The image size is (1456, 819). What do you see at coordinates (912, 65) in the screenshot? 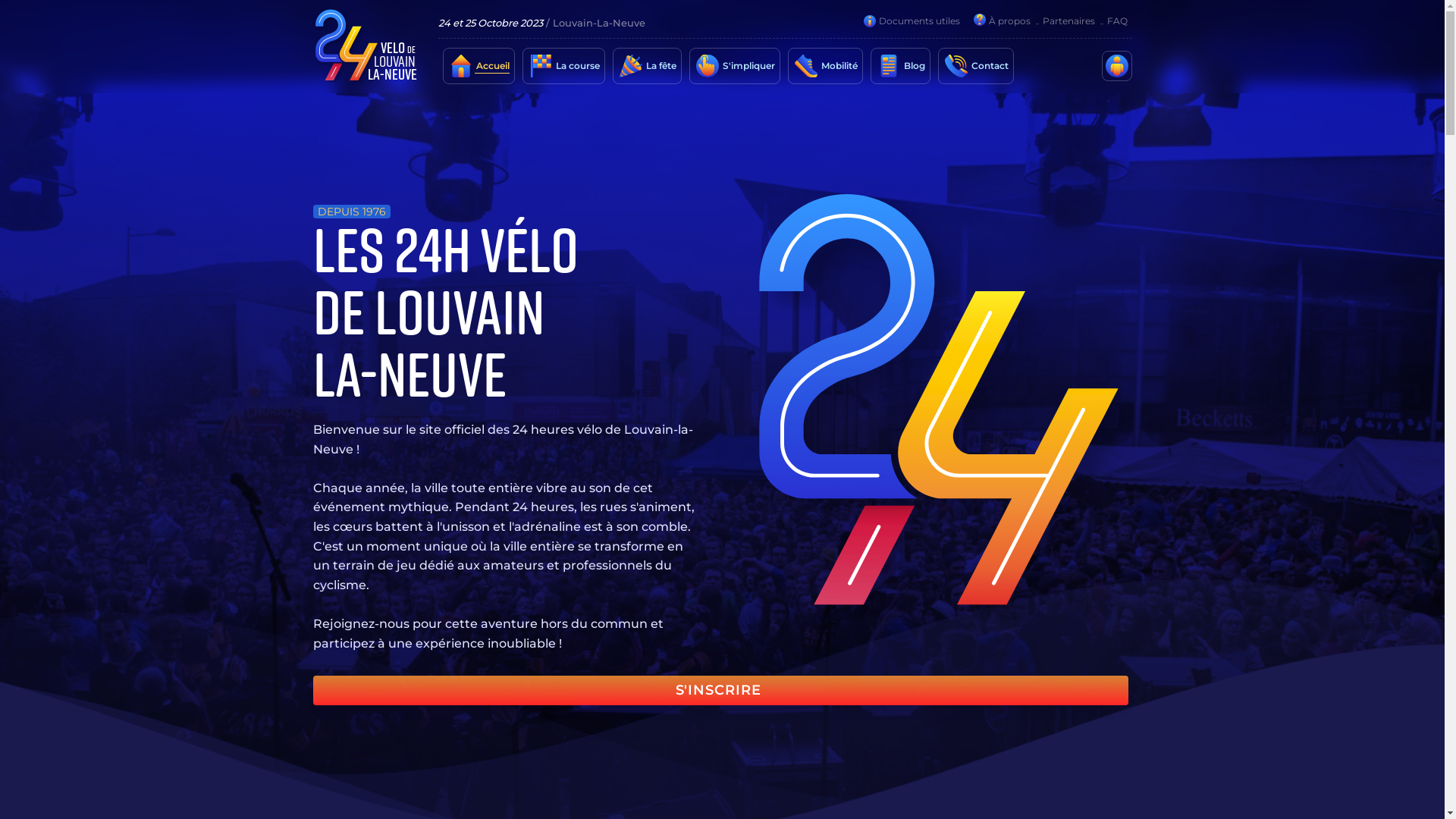
I see `'Blog'` at bounding box center [912, 65].